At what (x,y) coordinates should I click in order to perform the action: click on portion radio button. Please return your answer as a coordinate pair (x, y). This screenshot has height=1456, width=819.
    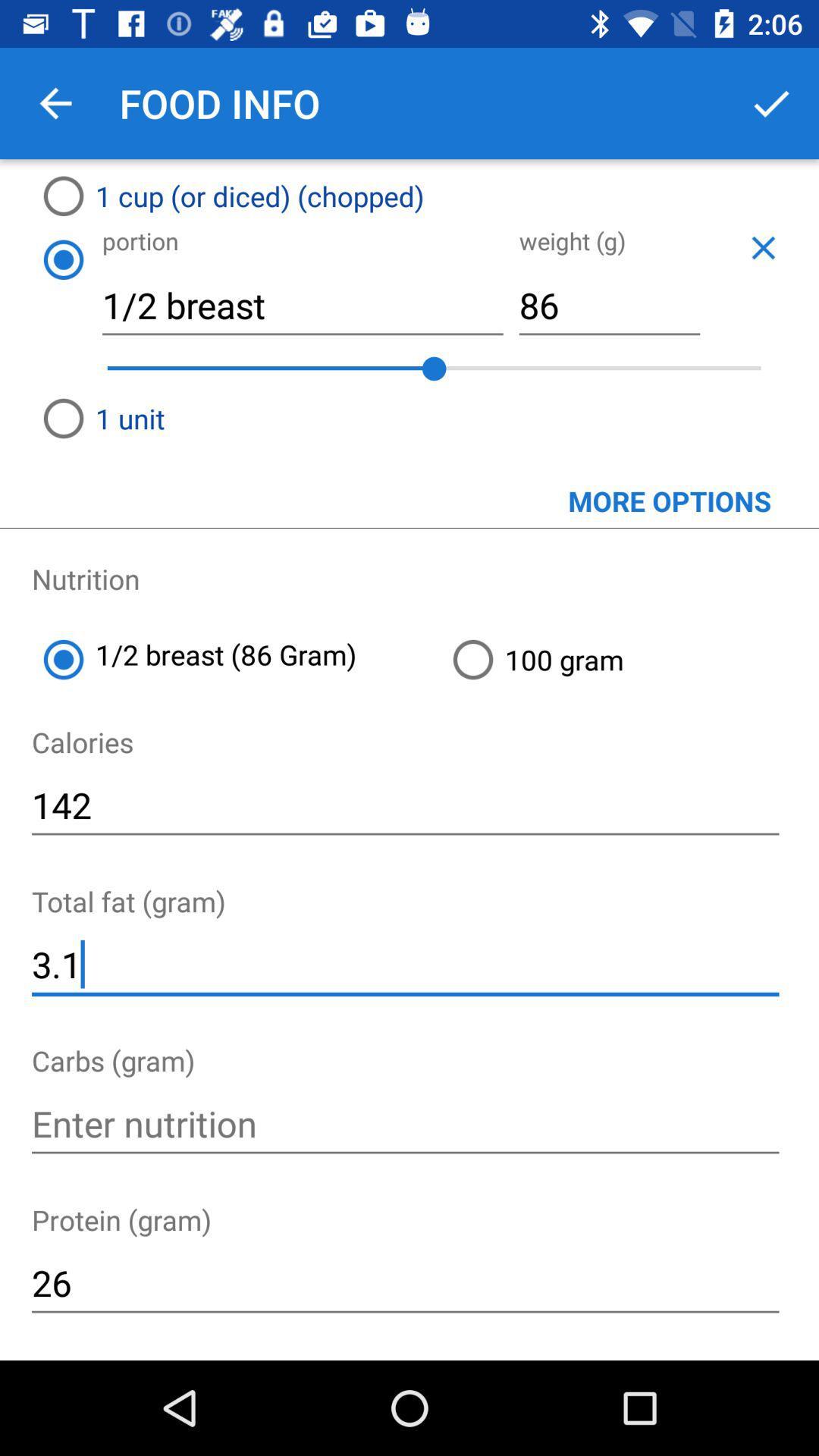
    Looking at the image, I should click on (62, 259).